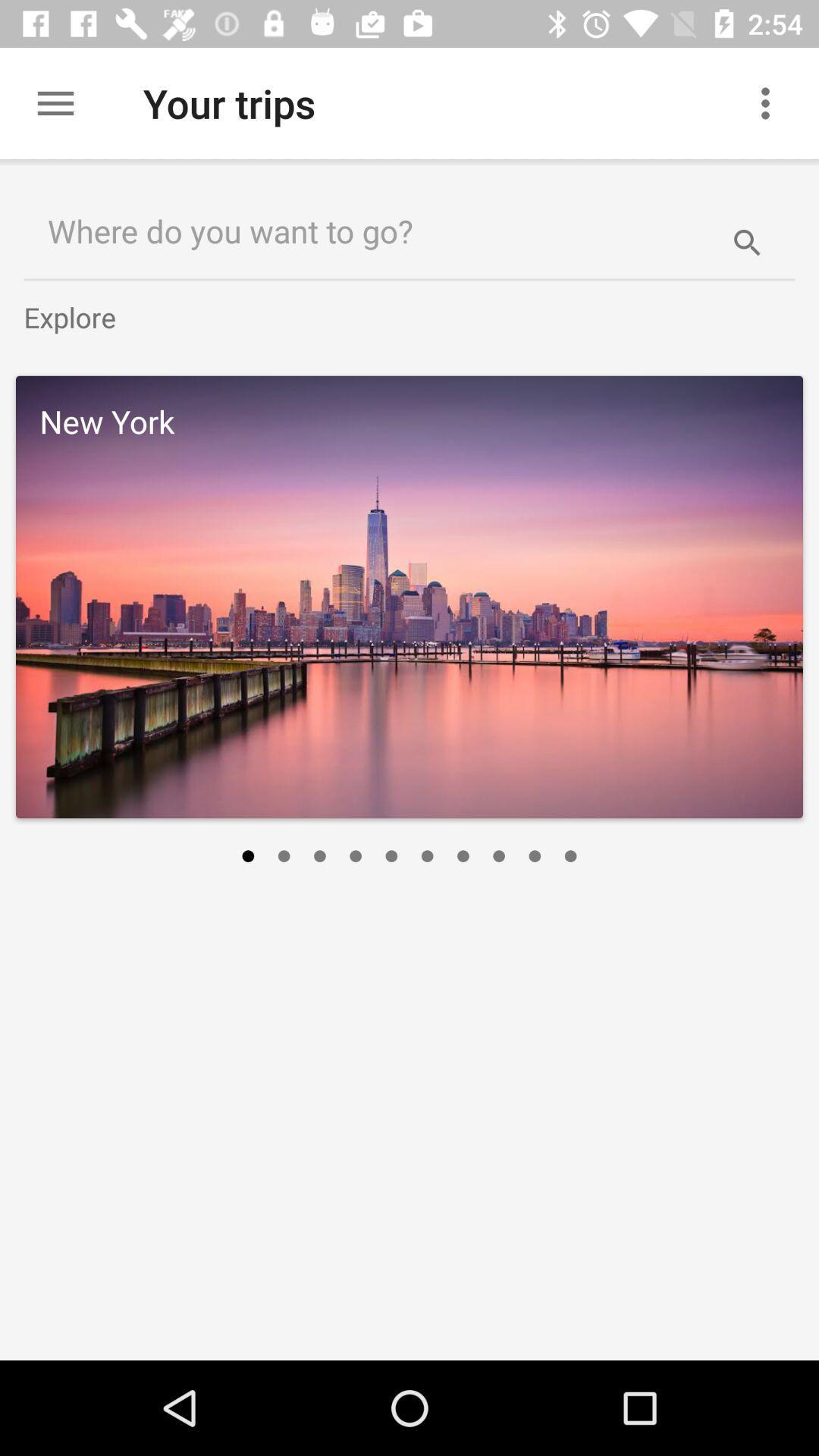 Image resolution: width=819 pixels, height=1456 pixels. I want to click on the icon next to the your trips icon, so click(771, 102).